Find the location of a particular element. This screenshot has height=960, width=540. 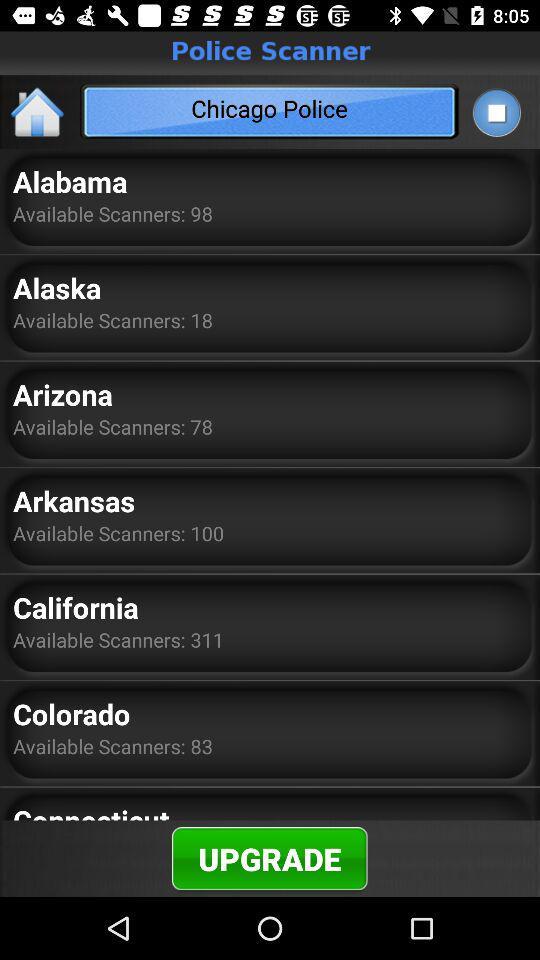

the app next to the chicago police icon is located at coordinates (495, 112).